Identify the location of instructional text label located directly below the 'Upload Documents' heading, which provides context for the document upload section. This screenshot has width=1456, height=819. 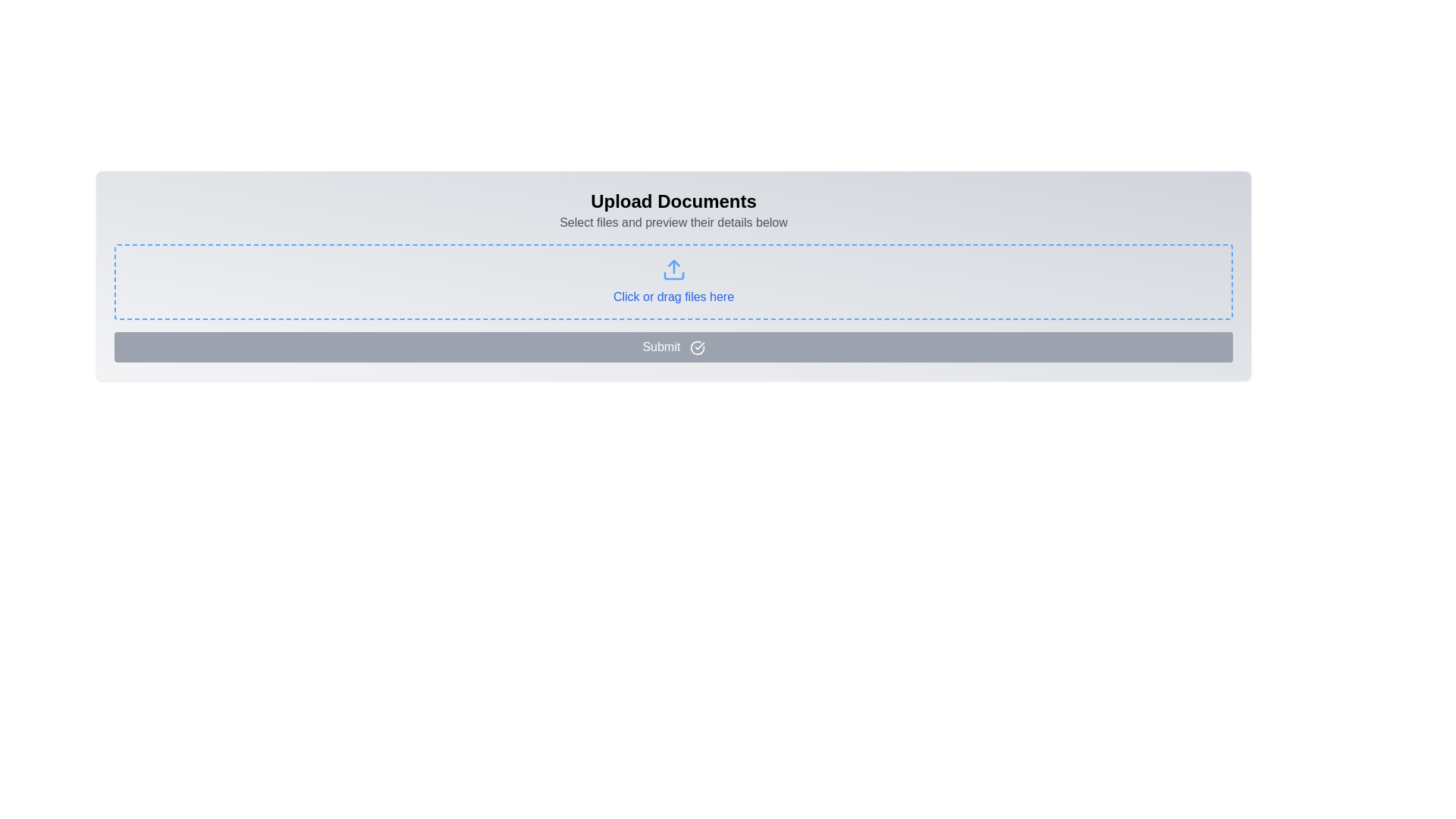
(673, 222).